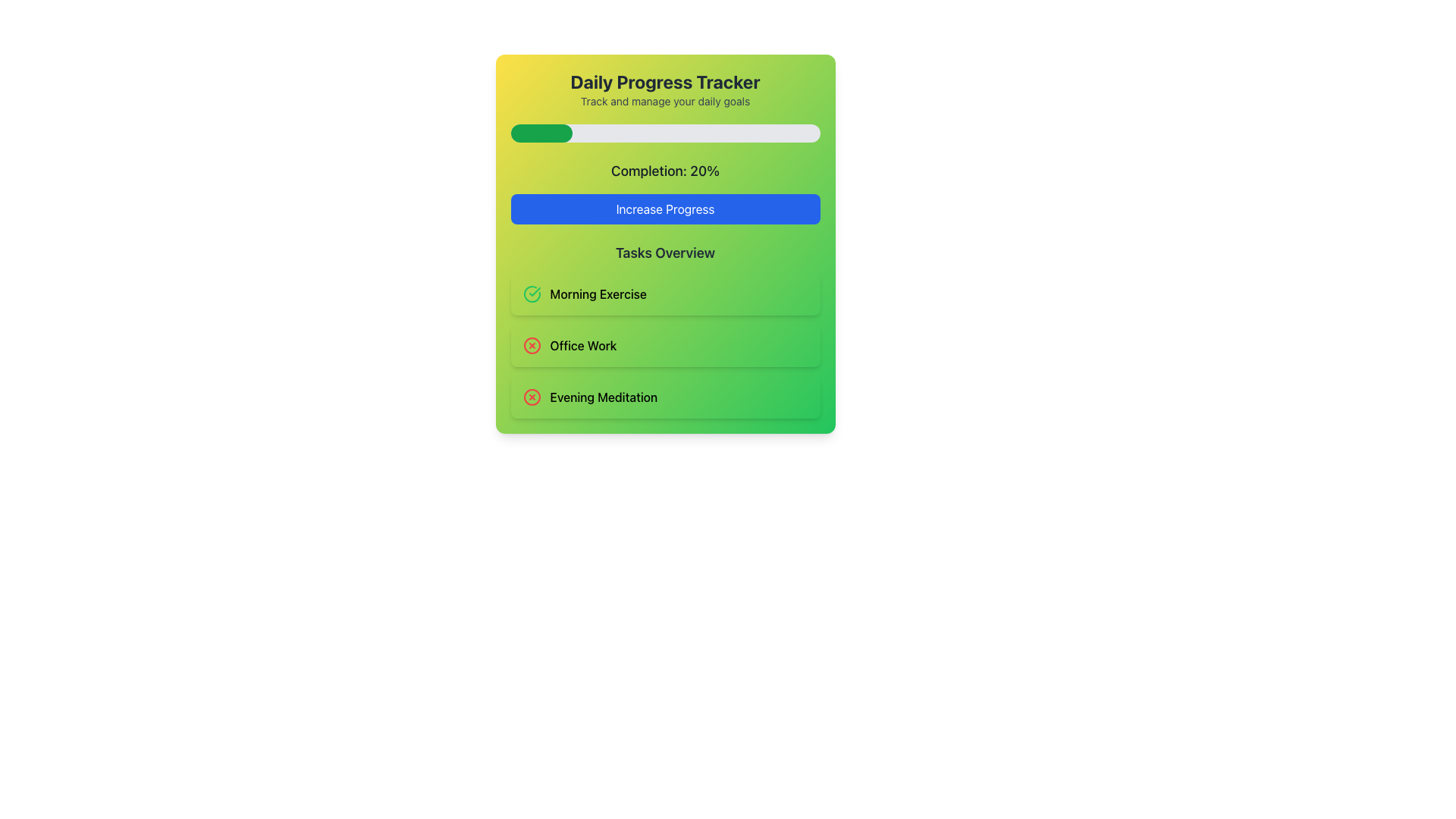 The height and width of the screenshot is (819, 1456). I want to click on the List item with the text 'Office Work' and a red cross icon, which is the second entry in the 'Tasks Overview' section, so click(665, 345).